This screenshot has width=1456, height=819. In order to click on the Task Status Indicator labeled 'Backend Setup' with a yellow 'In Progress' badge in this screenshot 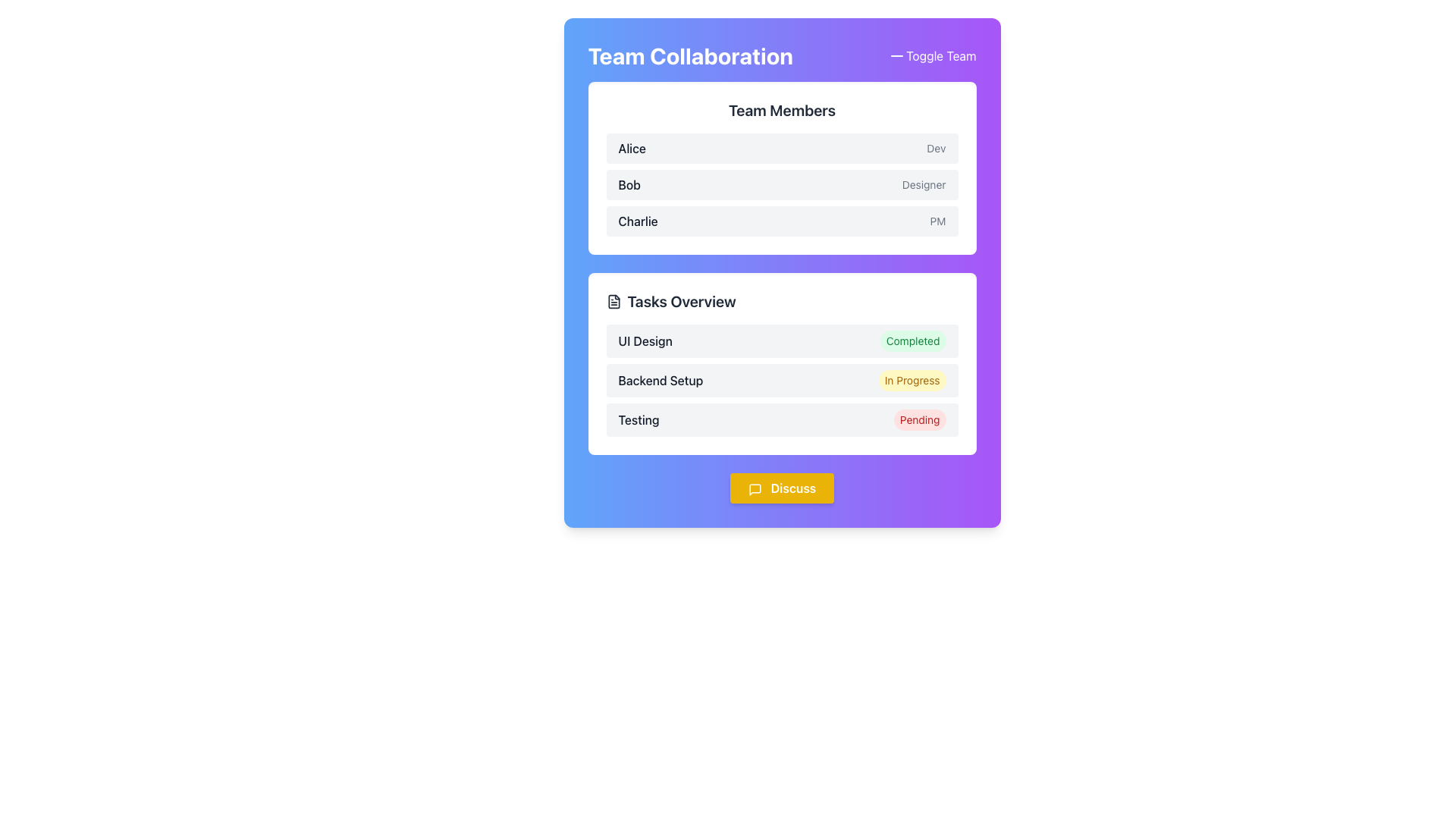, I will do `click(782, 379)`.